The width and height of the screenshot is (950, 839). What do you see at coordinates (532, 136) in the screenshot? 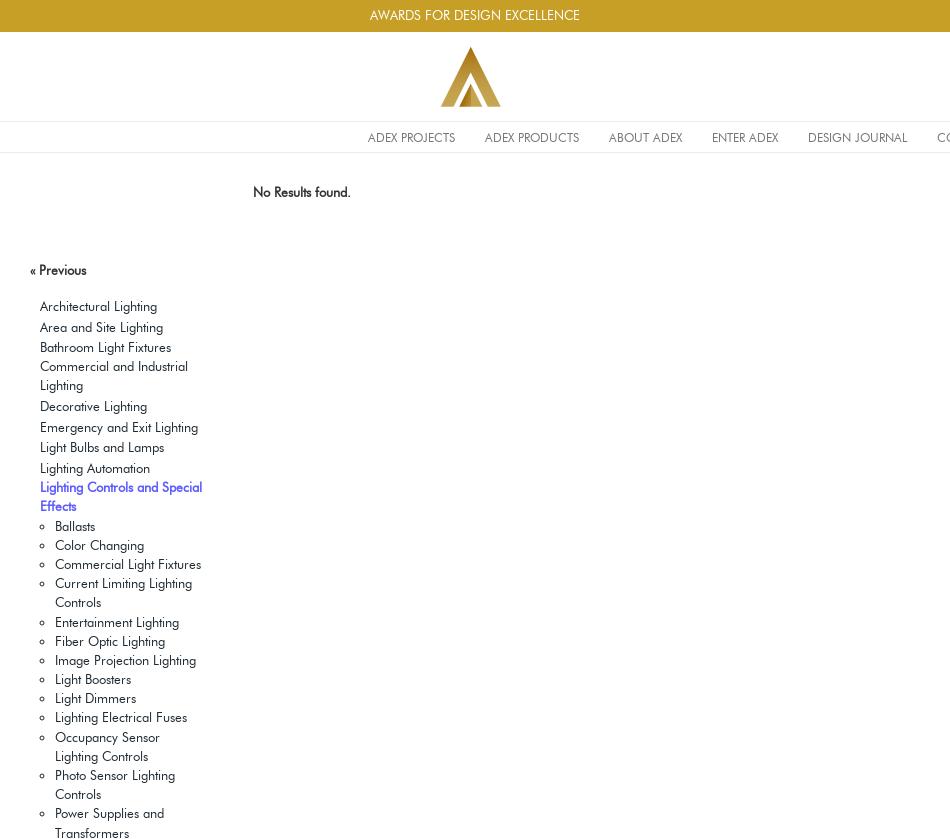
I see `'ADEX PRODUCTS'` at bounding box center [532, 136].